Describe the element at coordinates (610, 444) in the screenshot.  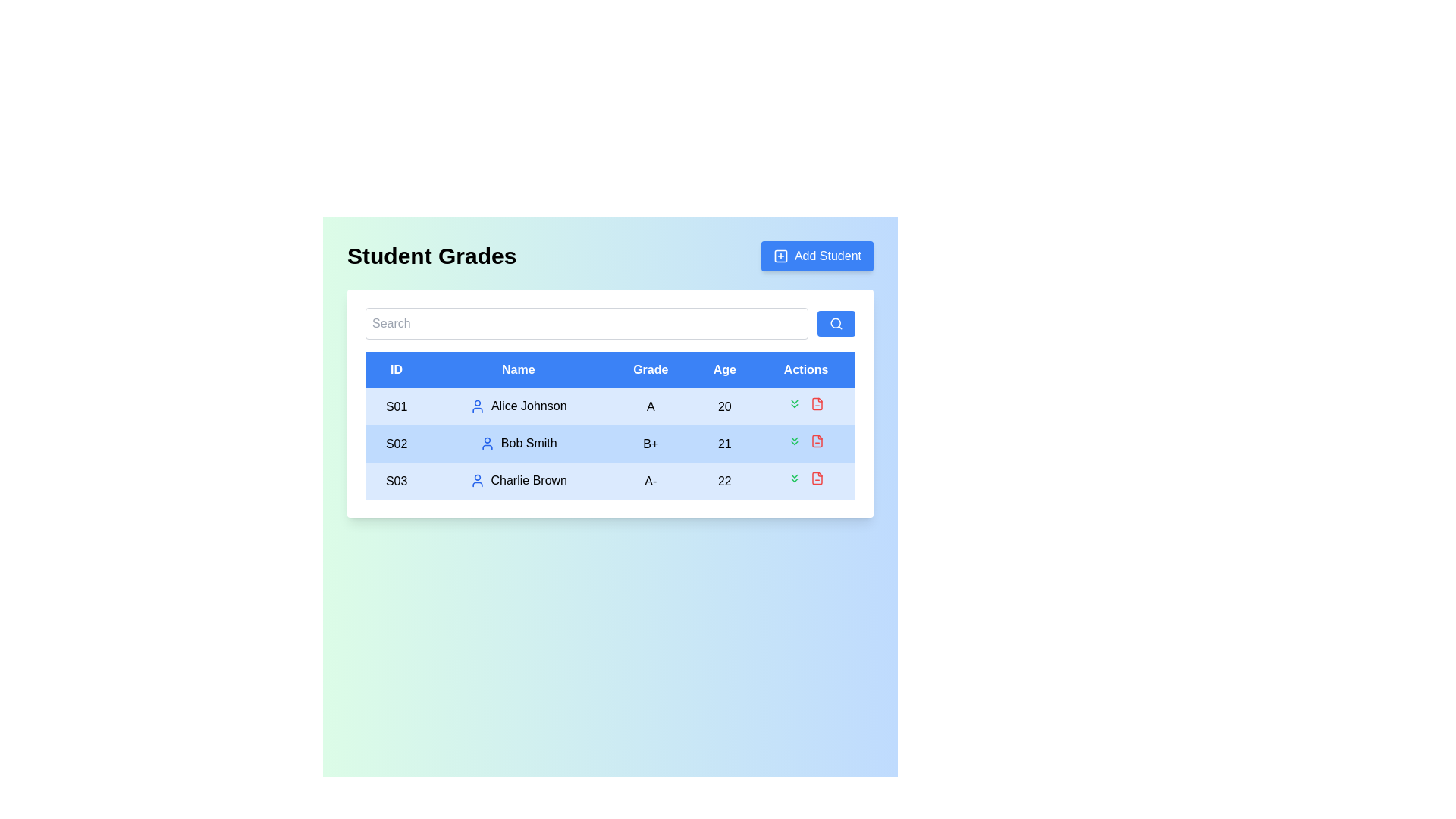
I see `the second table row that contains detailed information about a student, positioned between 'S01 Alice Johnson A 20' and 'S03 Charlie Brown A- 22'` at that location.